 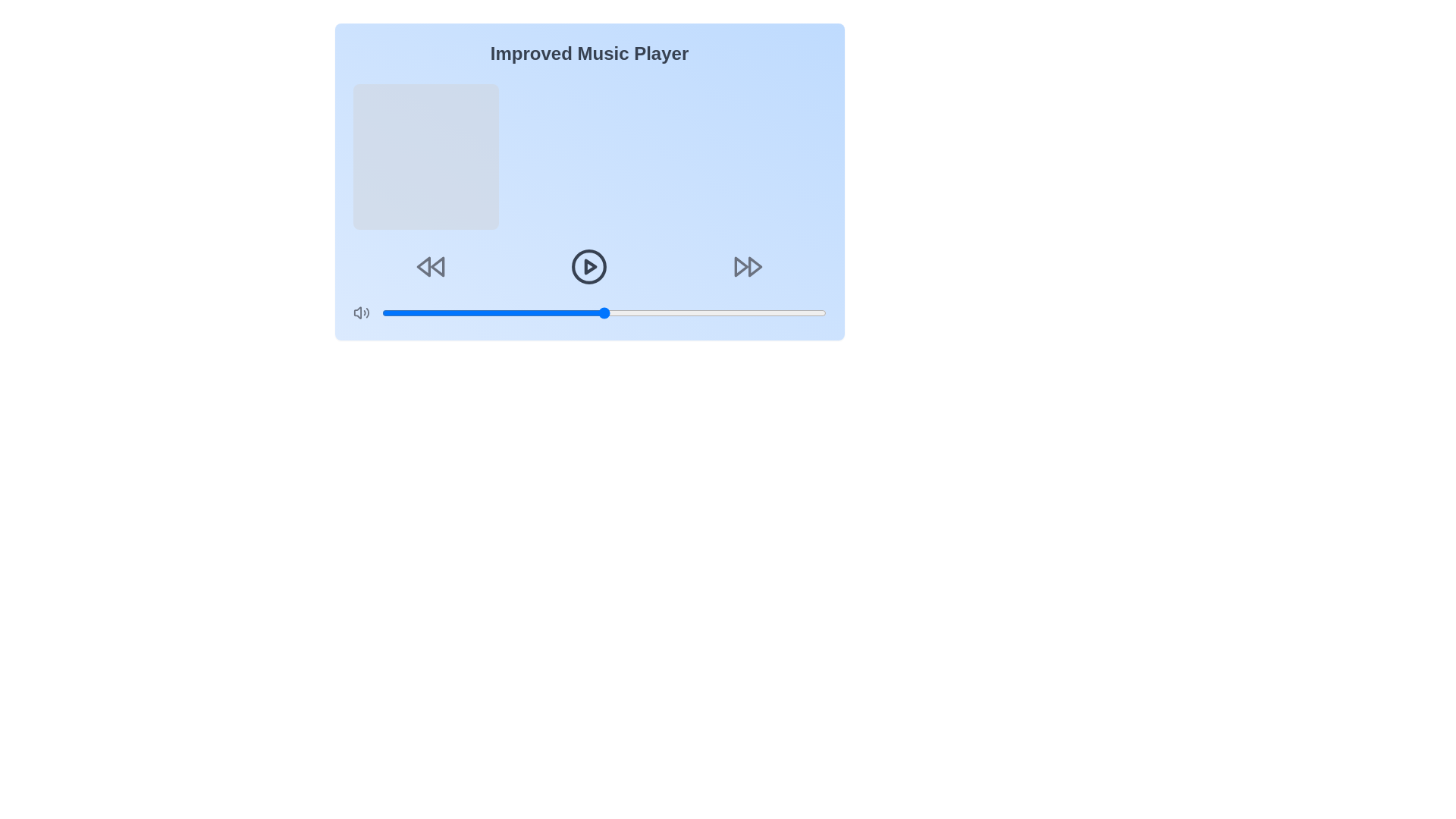 What do you see at coordinates (360, 312) in the screenshot?
I see `the volume control icon that serves as a visual indicator for toggling mute functionality` at bounding box center [360, 312].